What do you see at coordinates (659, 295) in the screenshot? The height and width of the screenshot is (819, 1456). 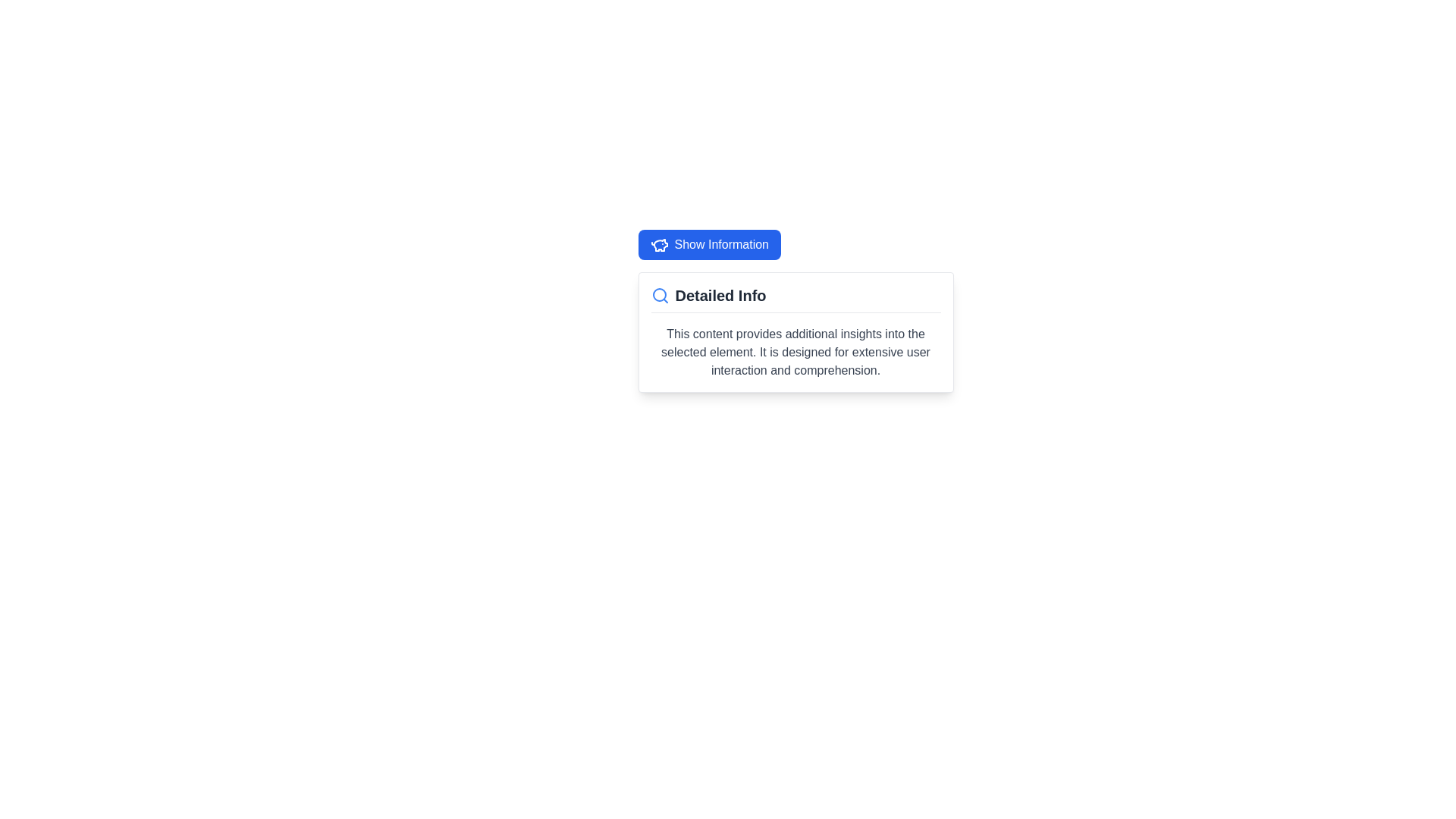 I see `the circular lens part of the magnifying glass icon, which is centered inside the larger visual structure` at bounding box center [659, 295].